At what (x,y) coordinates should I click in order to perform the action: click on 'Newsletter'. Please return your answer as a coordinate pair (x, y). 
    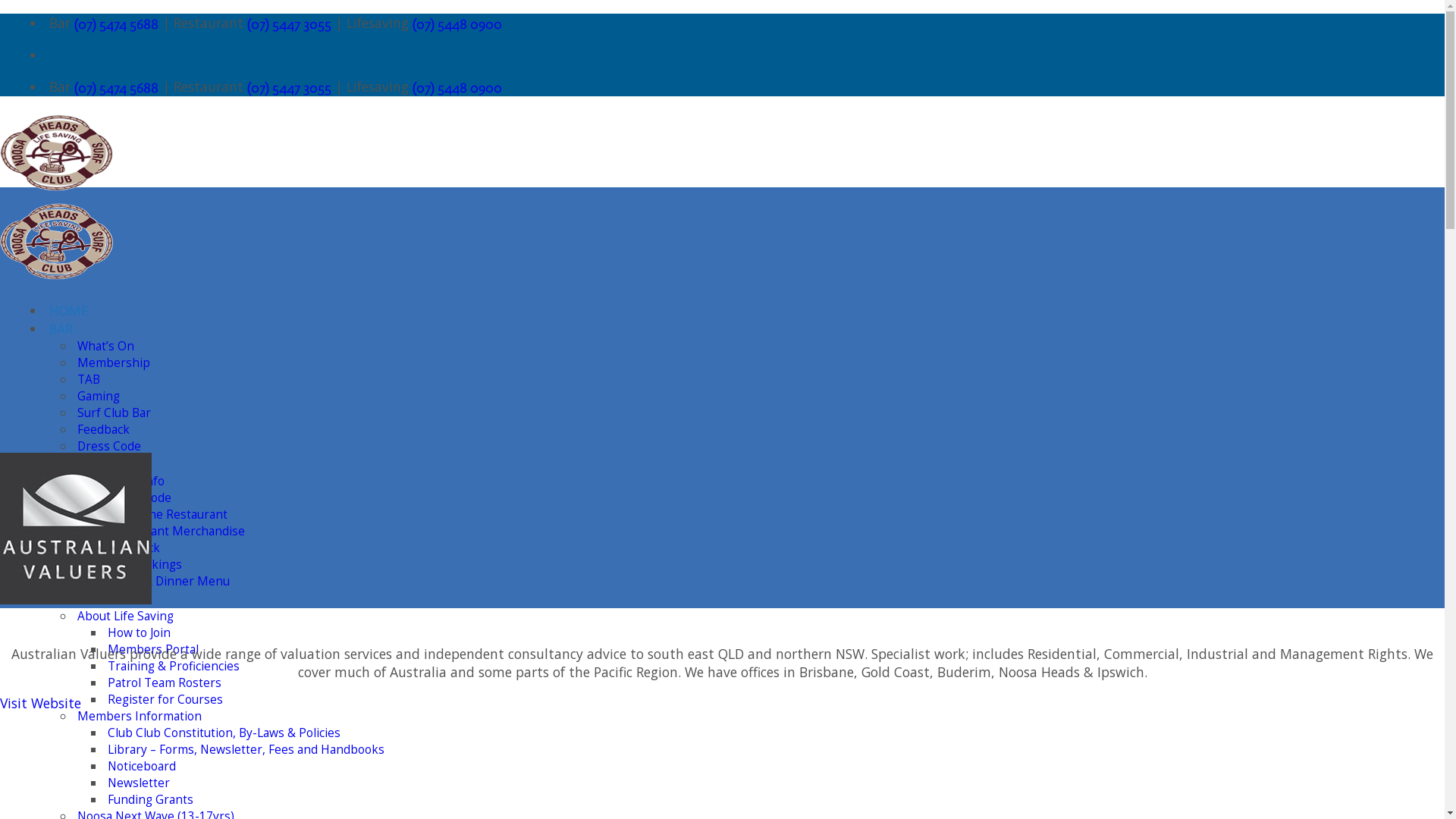
    Looking at the image, I should click on (138, 783).